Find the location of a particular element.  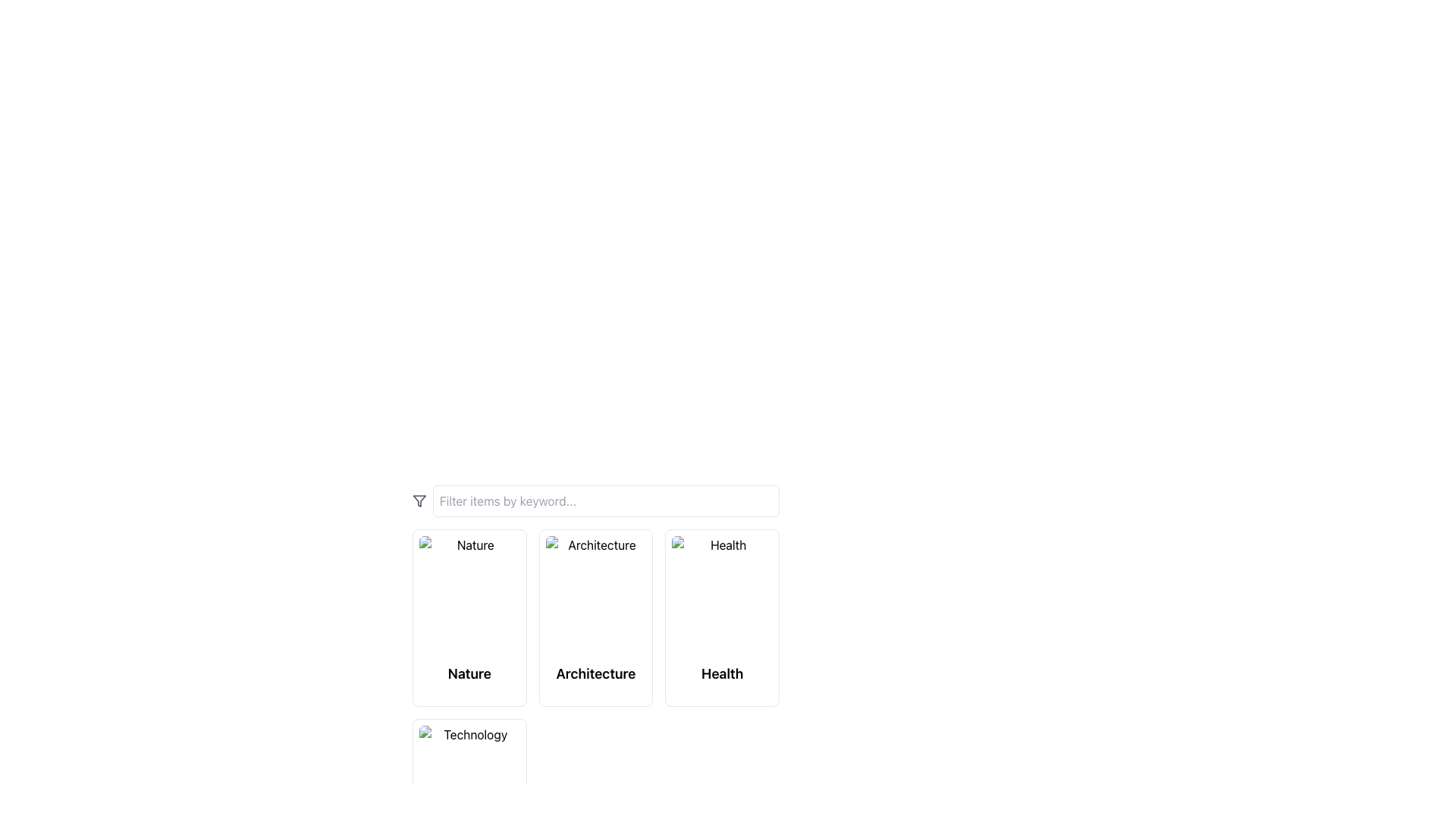

the image representing the 'Architecture' concept, which is the topmost element in the second column of the card layout is located at coordinates (595, 595).